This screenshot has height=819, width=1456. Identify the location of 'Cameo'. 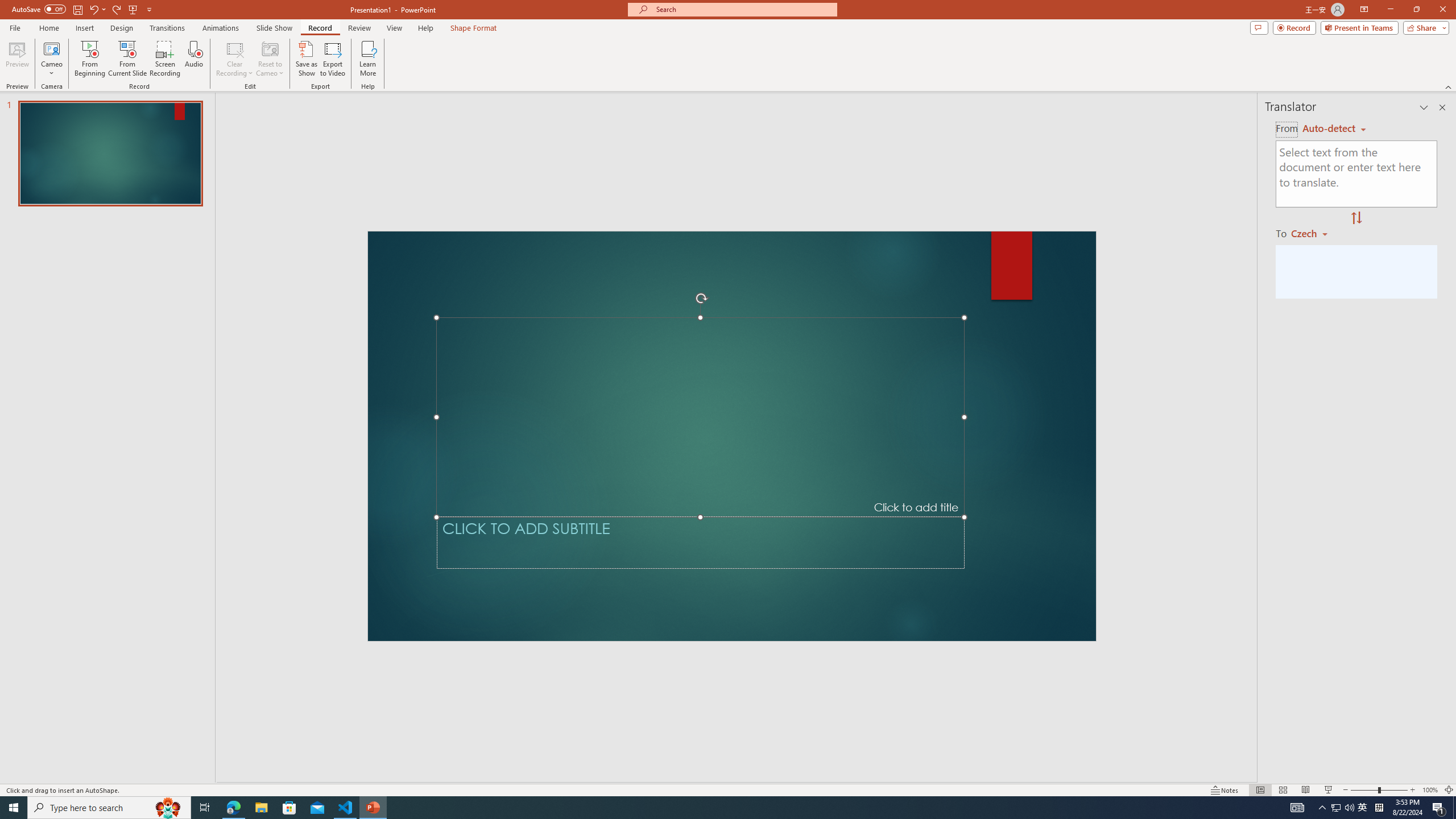
(51, 59).